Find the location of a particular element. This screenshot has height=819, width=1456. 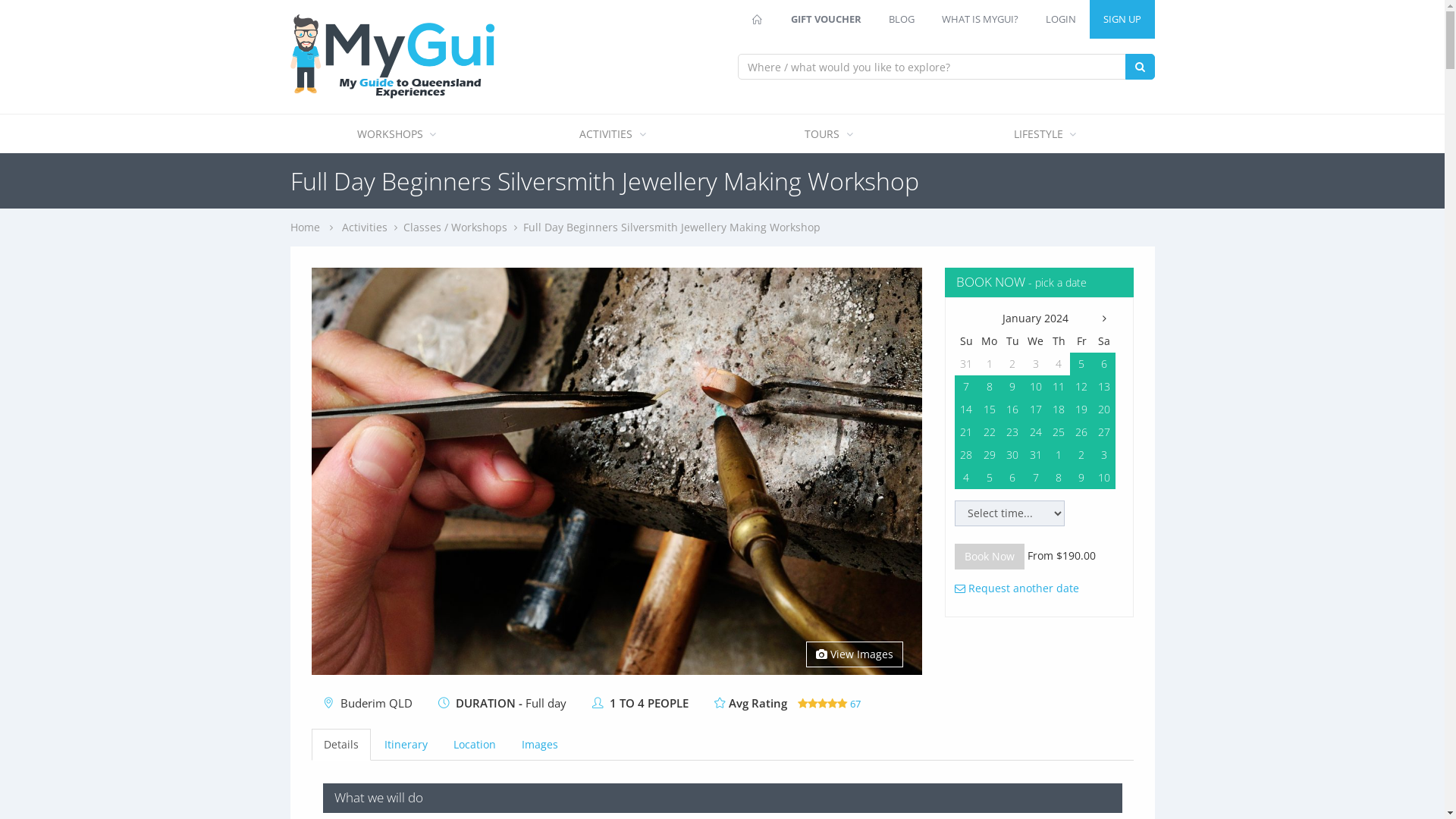

'Details' is located at coordinates (340, 744).